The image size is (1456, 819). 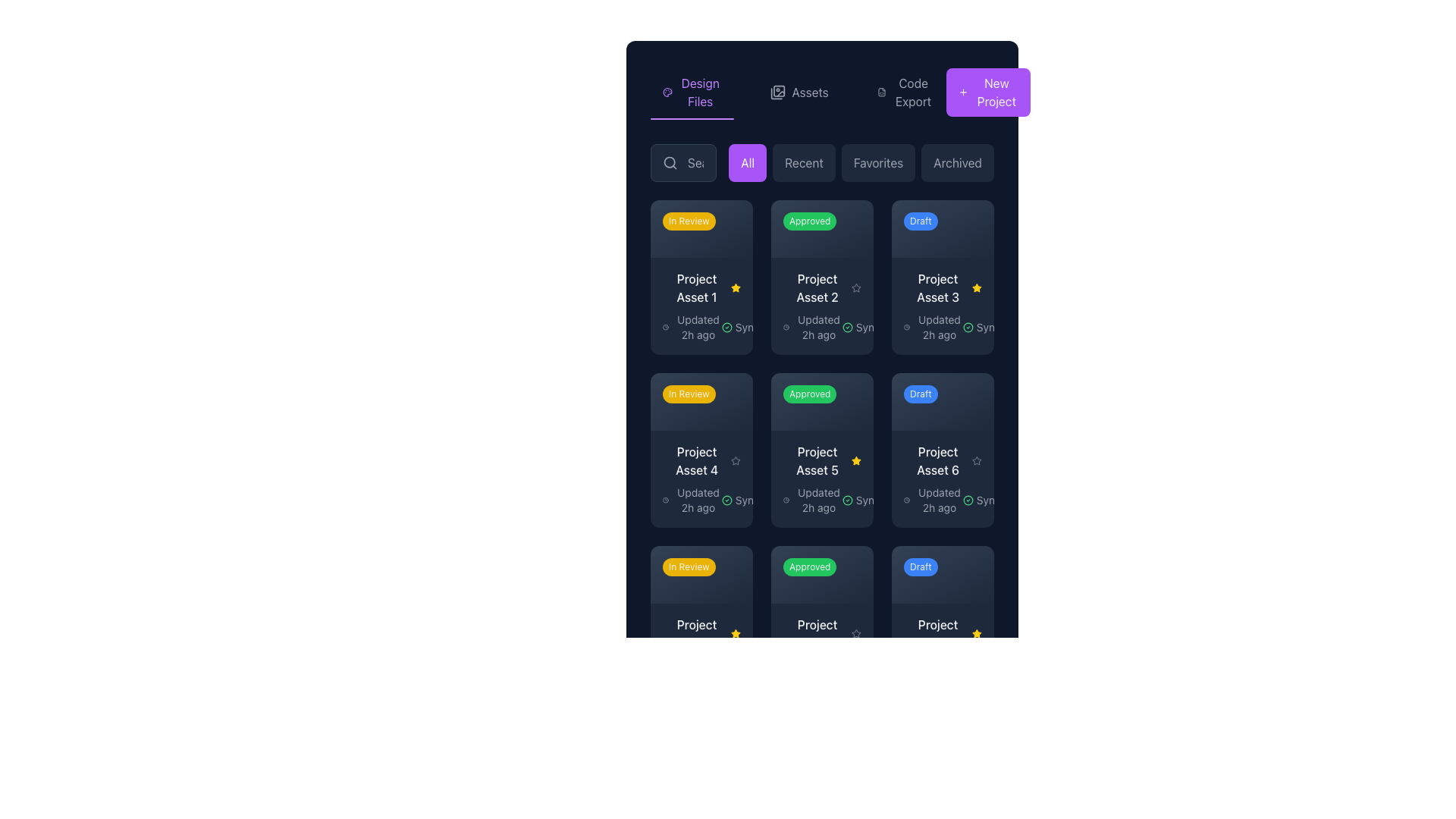 I want to click on the text label with an associated star icon, which identifies a project asset and is the third card, so click(x=821, y=460).